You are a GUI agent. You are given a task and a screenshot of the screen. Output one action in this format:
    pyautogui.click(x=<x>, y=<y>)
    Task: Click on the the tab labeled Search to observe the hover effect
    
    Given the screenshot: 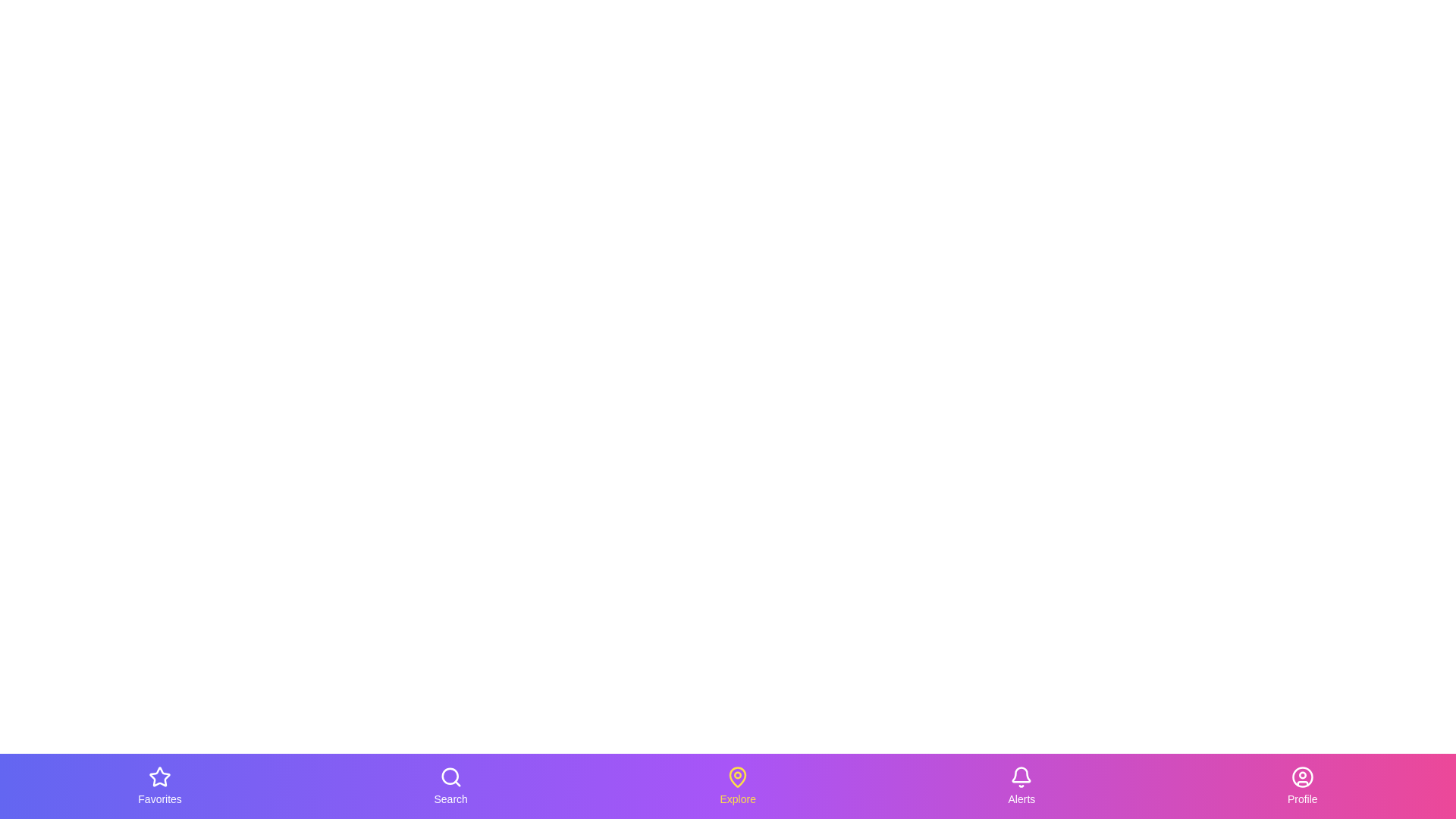 What is the action you would take?
    pyautogui.click(x=450, y=786)
    